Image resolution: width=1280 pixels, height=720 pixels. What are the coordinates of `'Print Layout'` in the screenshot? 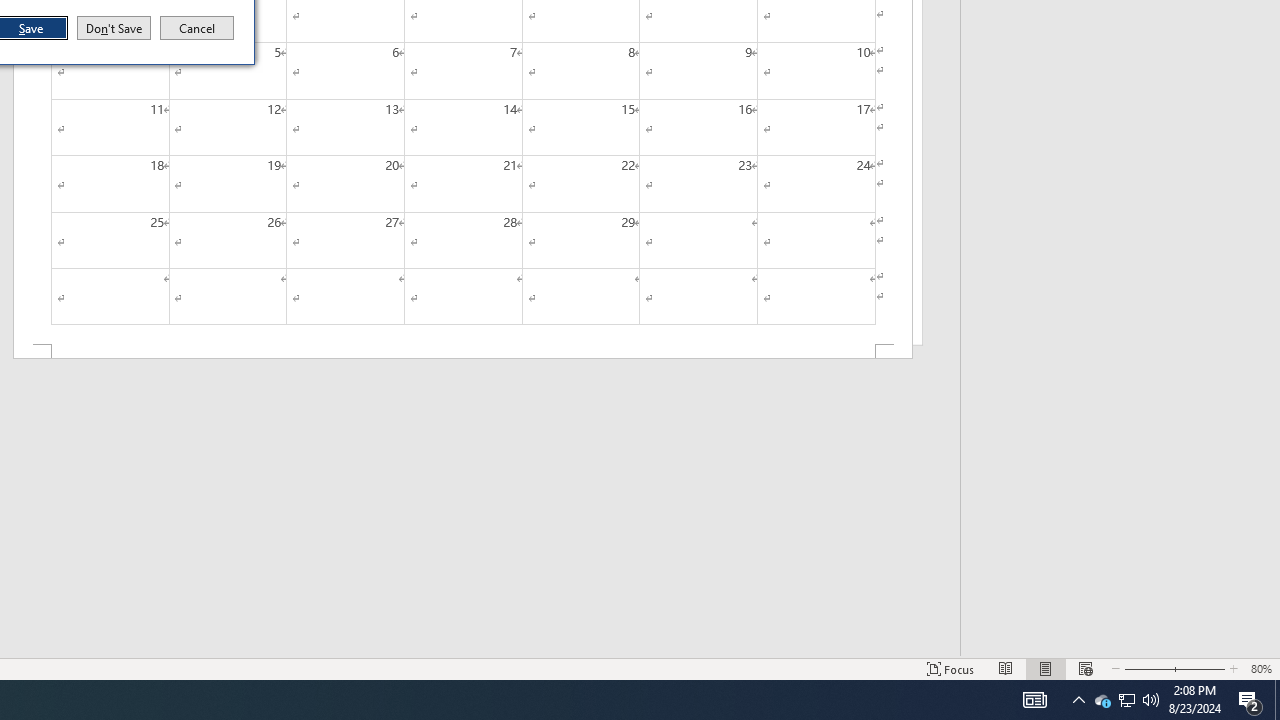 It's located at (1045, 669).